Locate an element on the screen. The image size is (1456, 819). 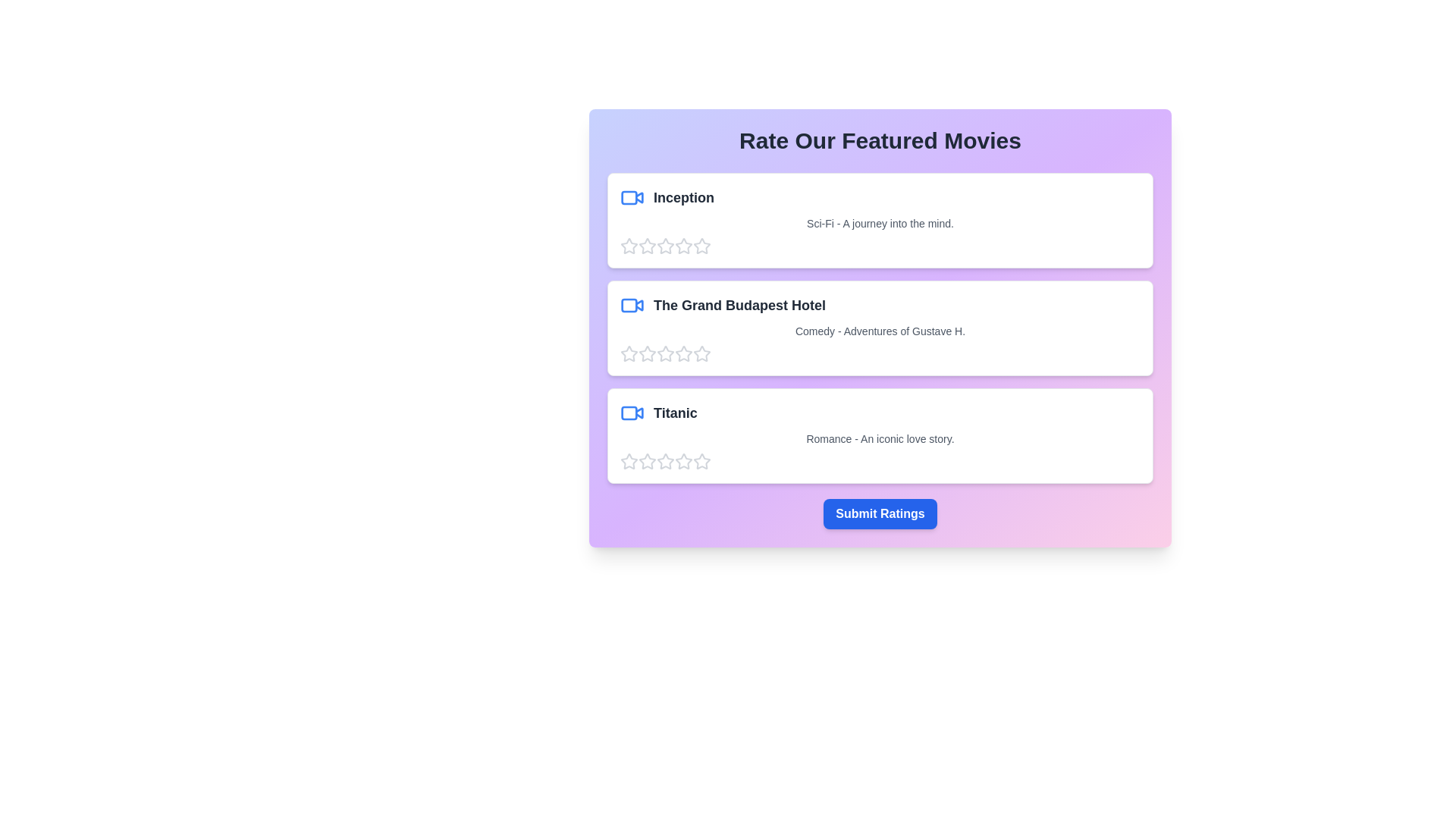
the star corresponding to 1 stars to preview the rating is located at coordinates (629, 245).